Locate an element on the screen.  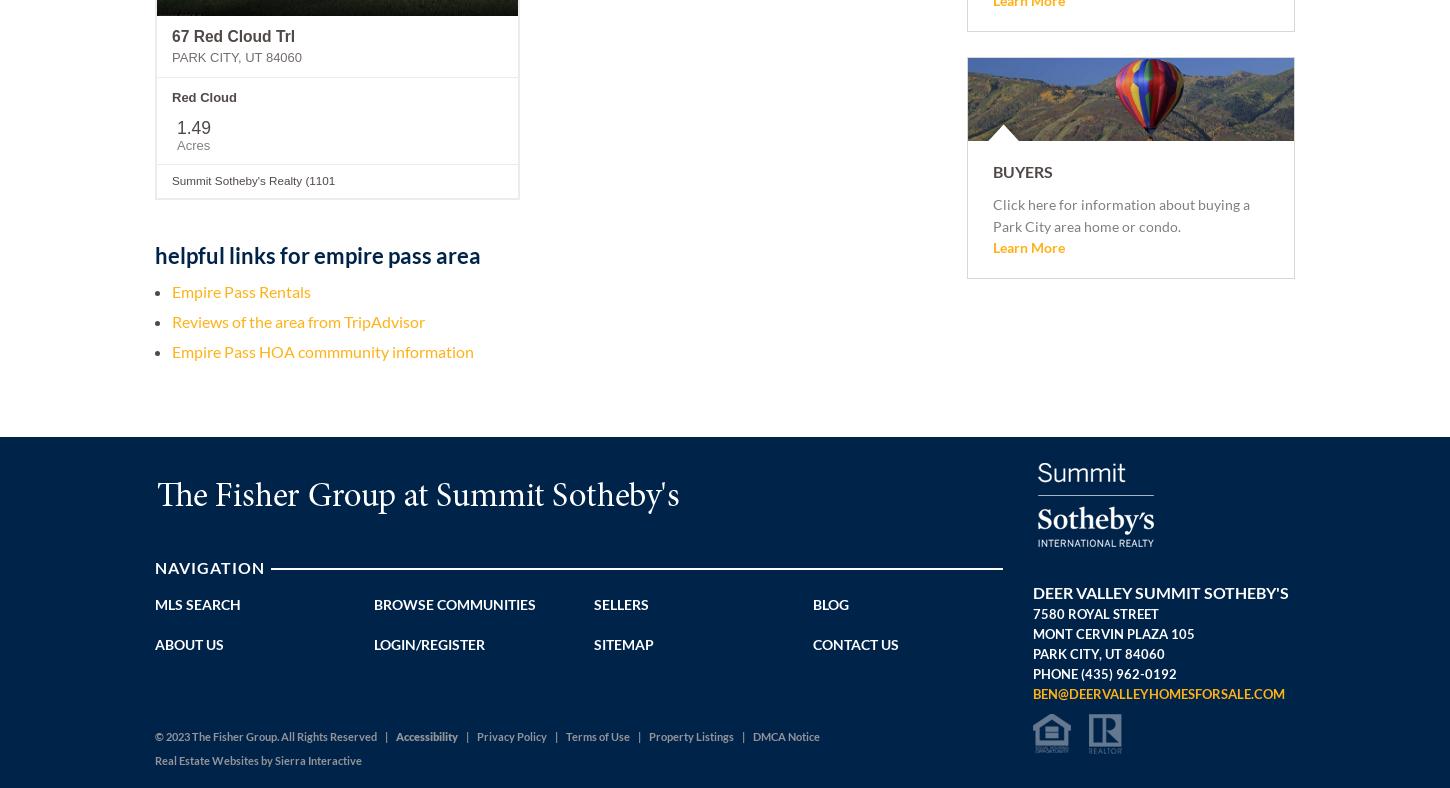
'helpful links for empire pass area' is located at coordinates (154, 253).